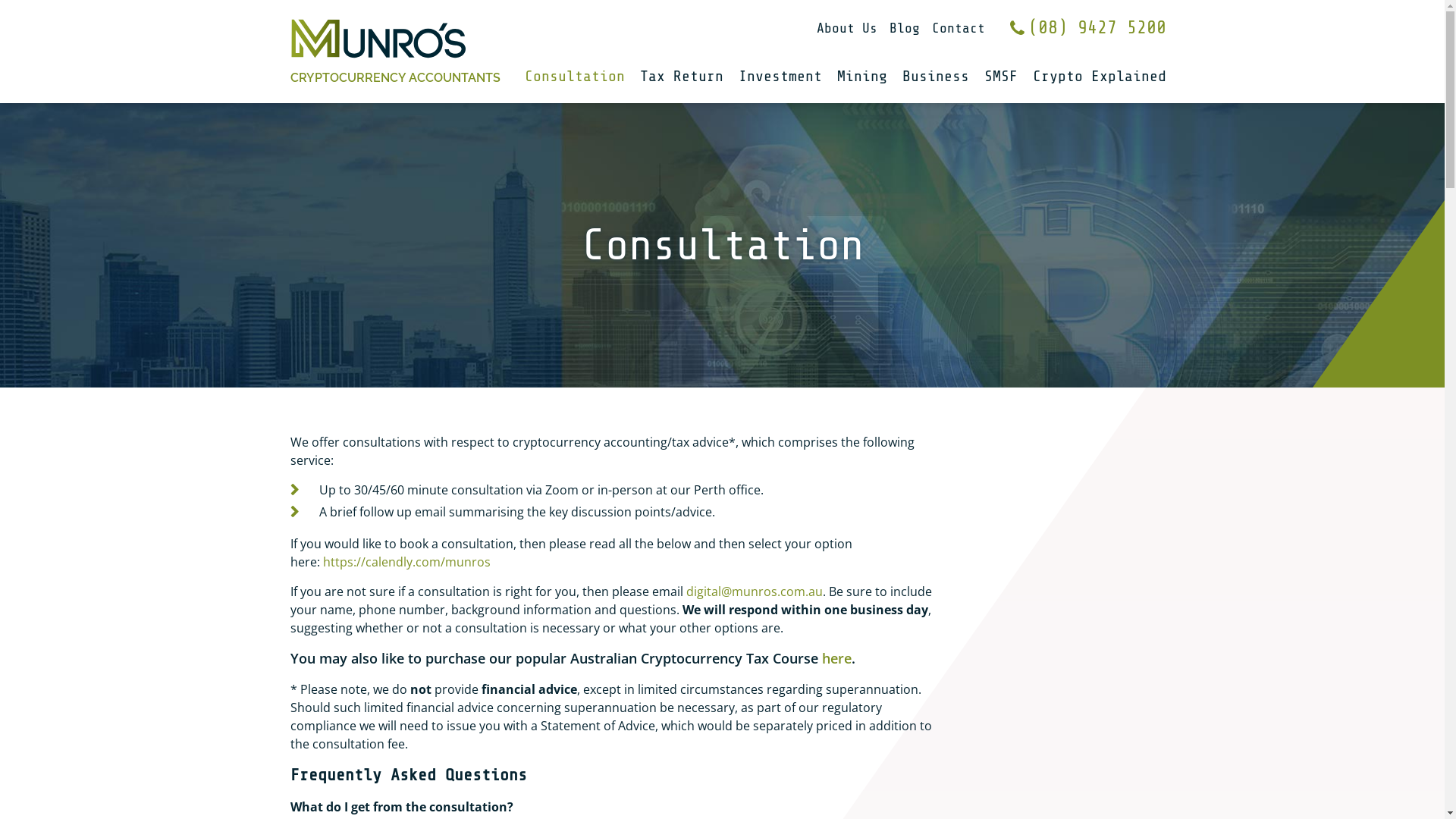  What do you see at coordinates (956, 28) in the screenshot?
I see `'Contact'` at bounding box center [956, 28].